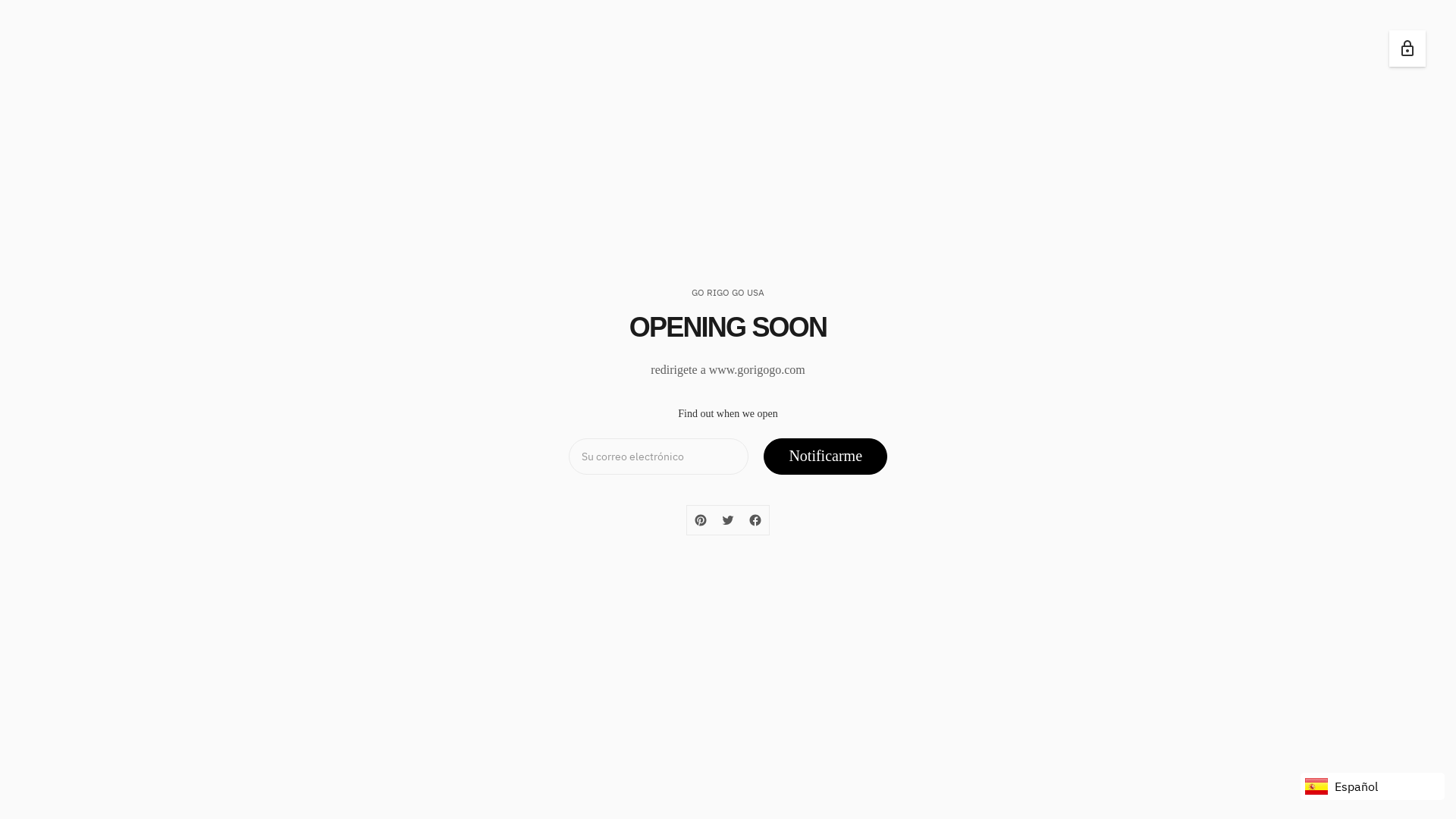 The height and width of the screenshot is (819, 1456). Describe the element at coordinates (699, 519) in the screenshot. I see `'Share to Pinterest'` at that location.